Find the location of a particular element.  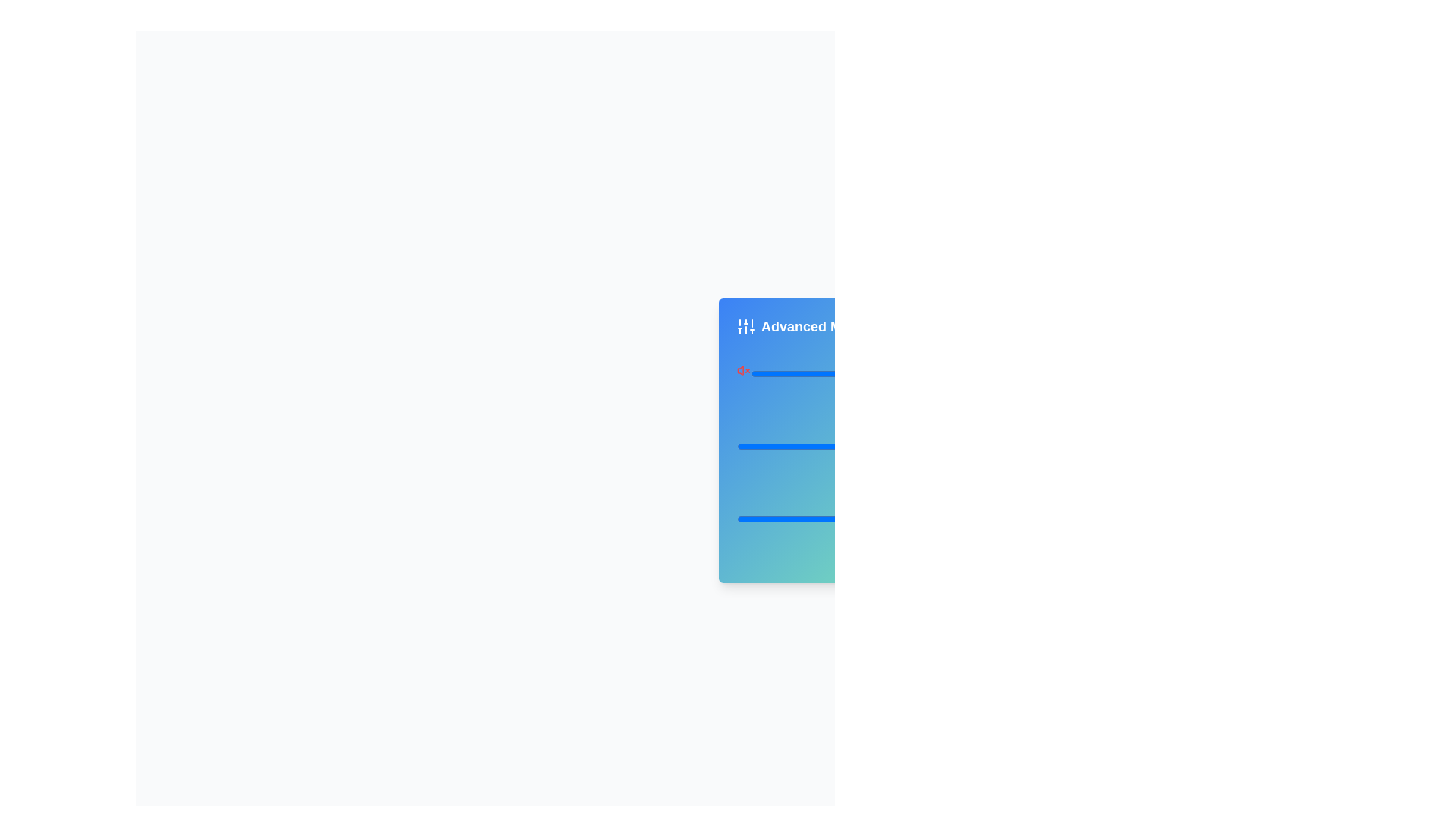

the slider value is located at coordinates (959, 368).